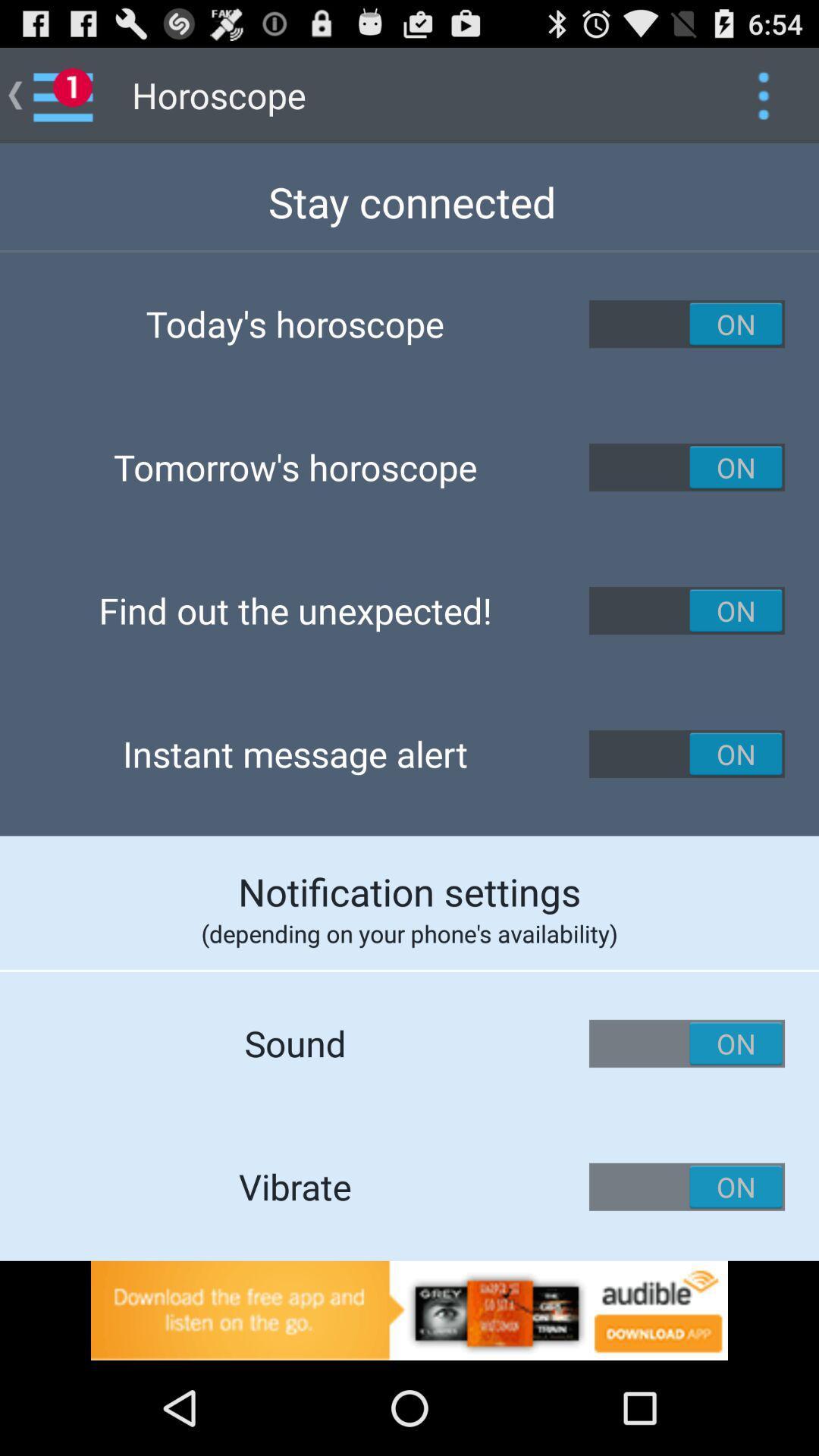  What do you see at coordinates (687, 754) in the screenshot?
I see `on button` at bounding box center [687, 754].